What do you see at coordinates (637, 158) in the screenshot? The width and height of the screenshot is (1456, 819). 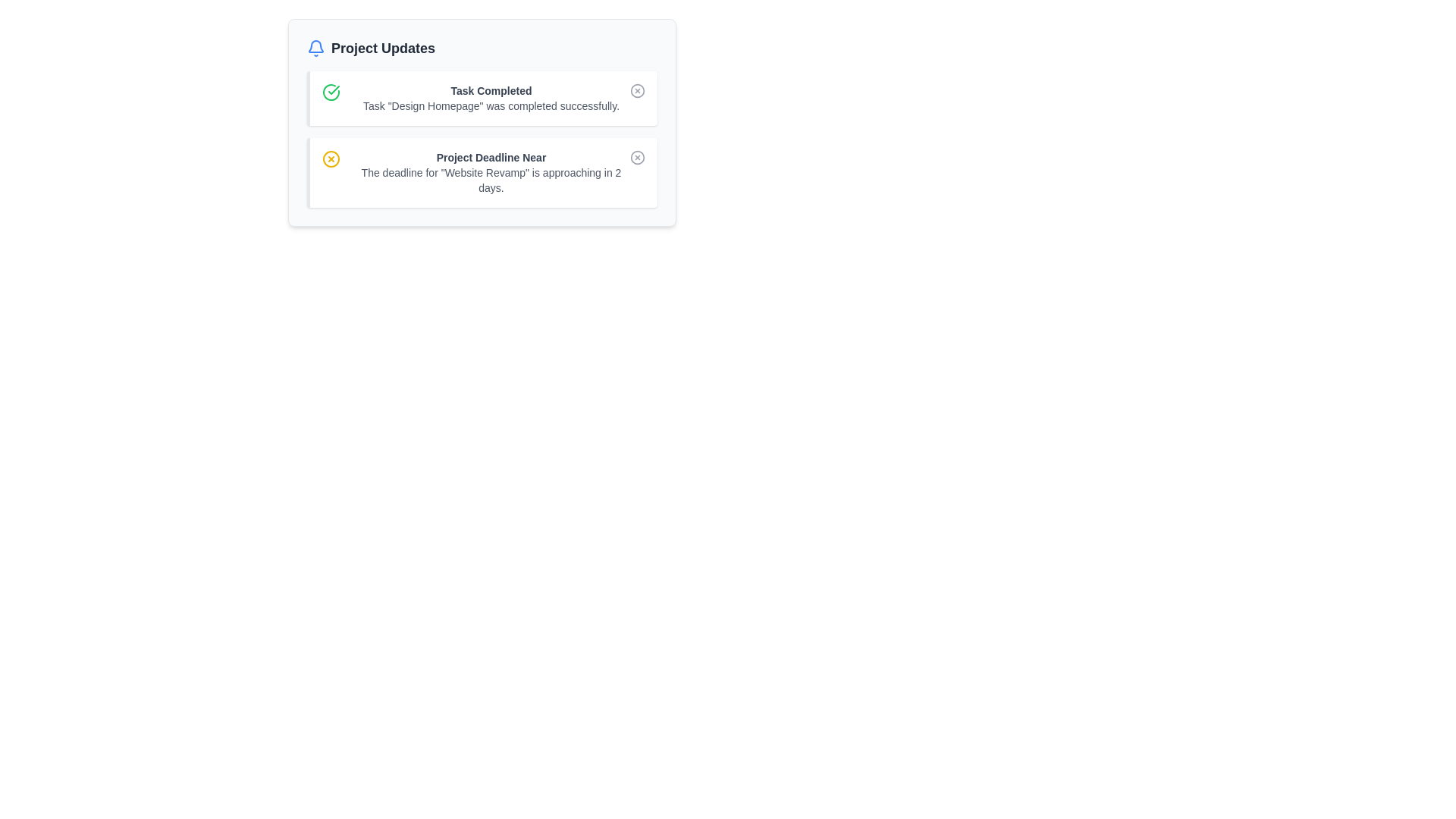 I see `the close button (small circle with an 'X' inside) at the top-right corner of the 'Project Deadline Near' notification` at bounding box center [637, 158].